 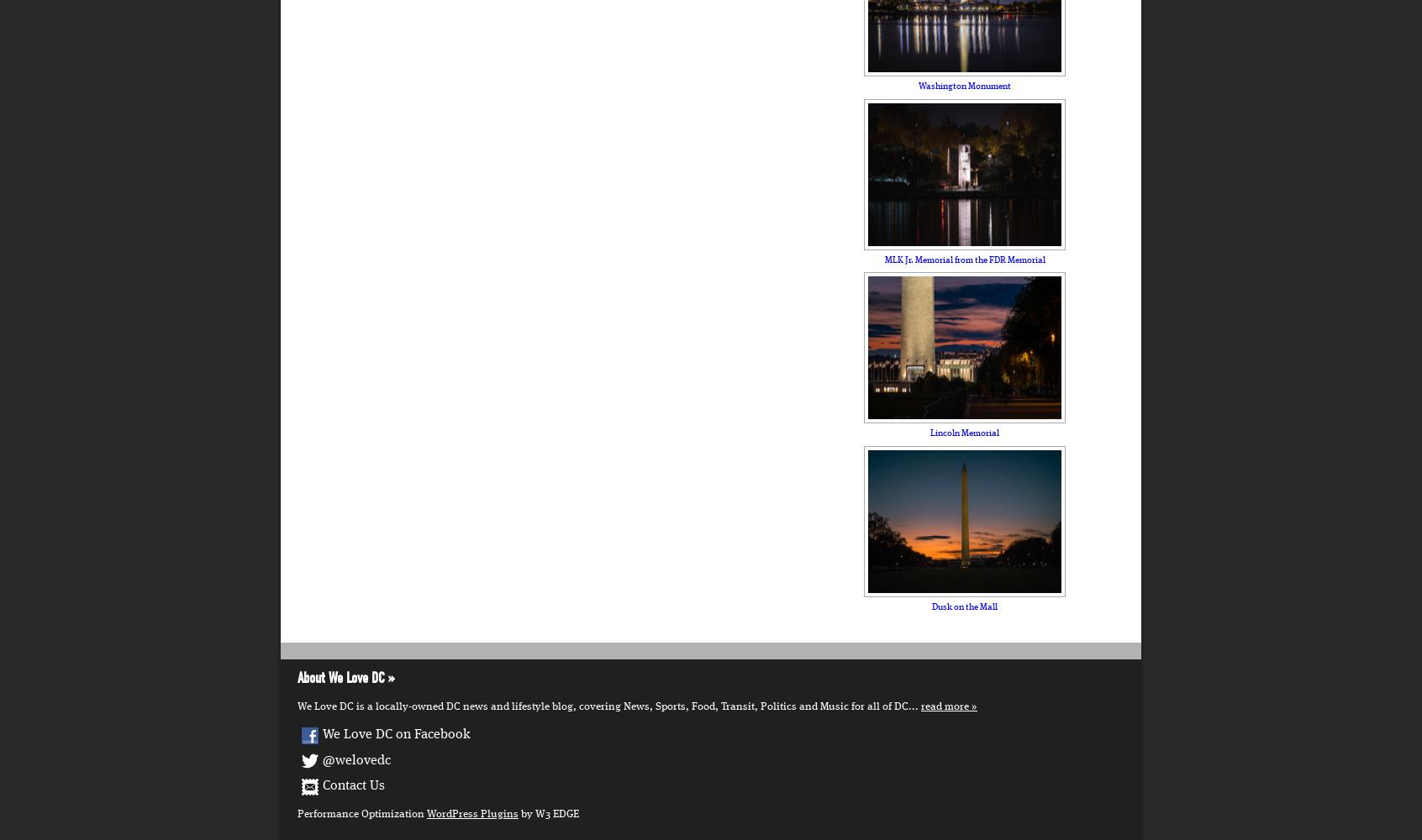 I want to click on 'We Love DC is a locally-owned DC news and lifestyle blog, covering News, Sports, Food, Transit, Politics and Music for all of DC...', so click(x=296, y=706).